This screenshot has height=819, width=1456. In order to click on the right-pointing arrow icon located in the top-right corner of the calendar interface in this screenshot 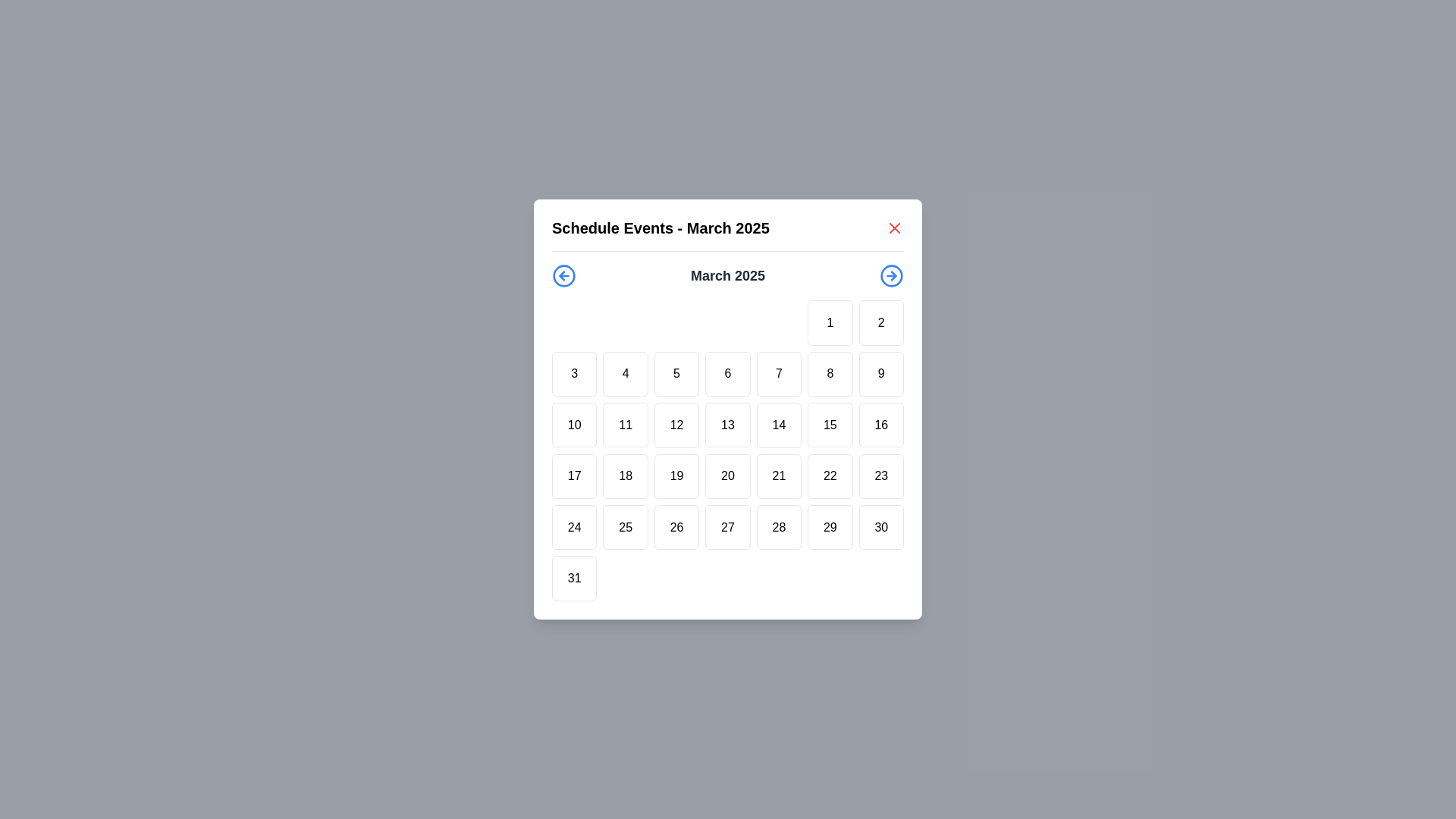, I will do `click(893, 275)`.